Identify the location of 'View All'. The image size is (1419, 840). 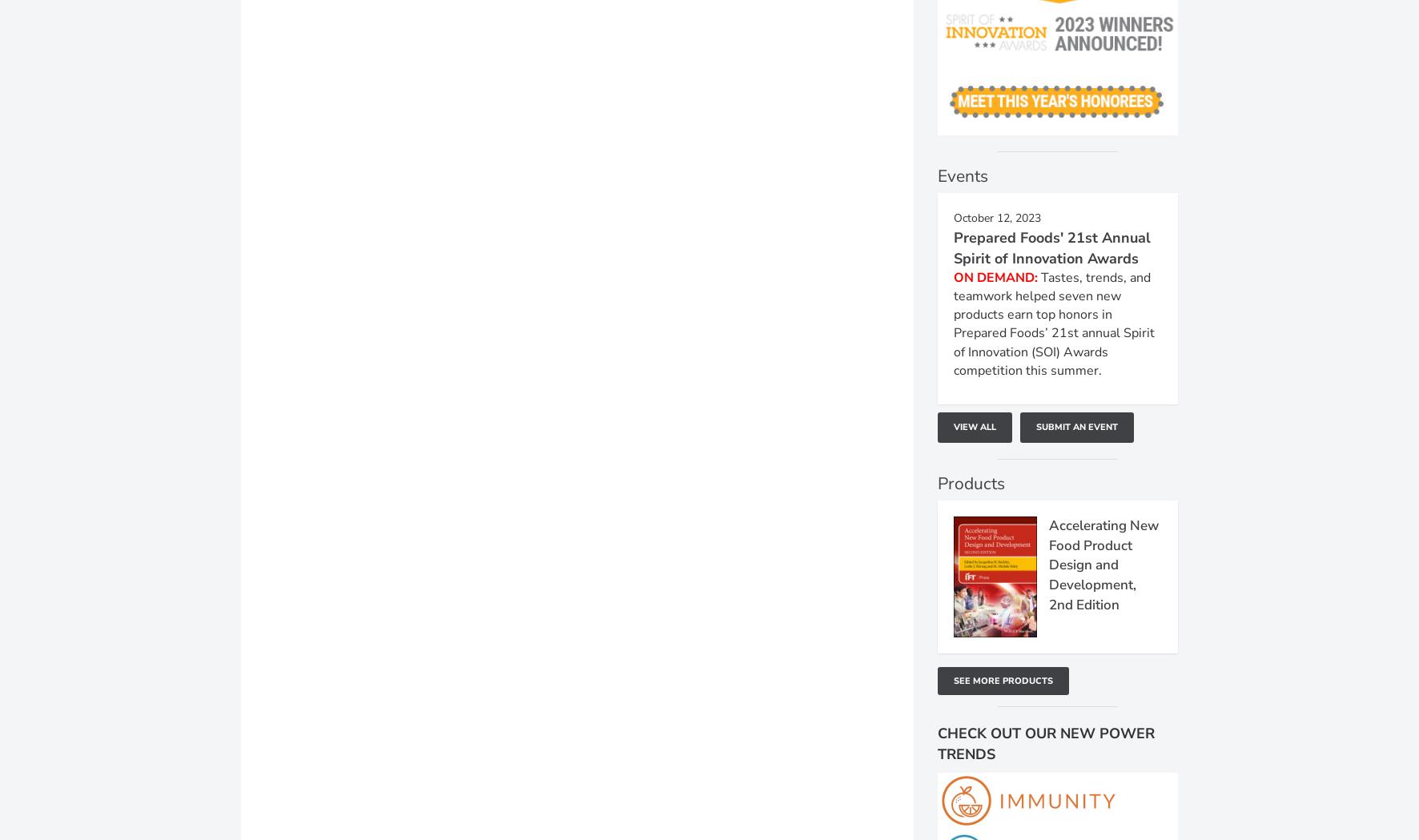
(974, 427).